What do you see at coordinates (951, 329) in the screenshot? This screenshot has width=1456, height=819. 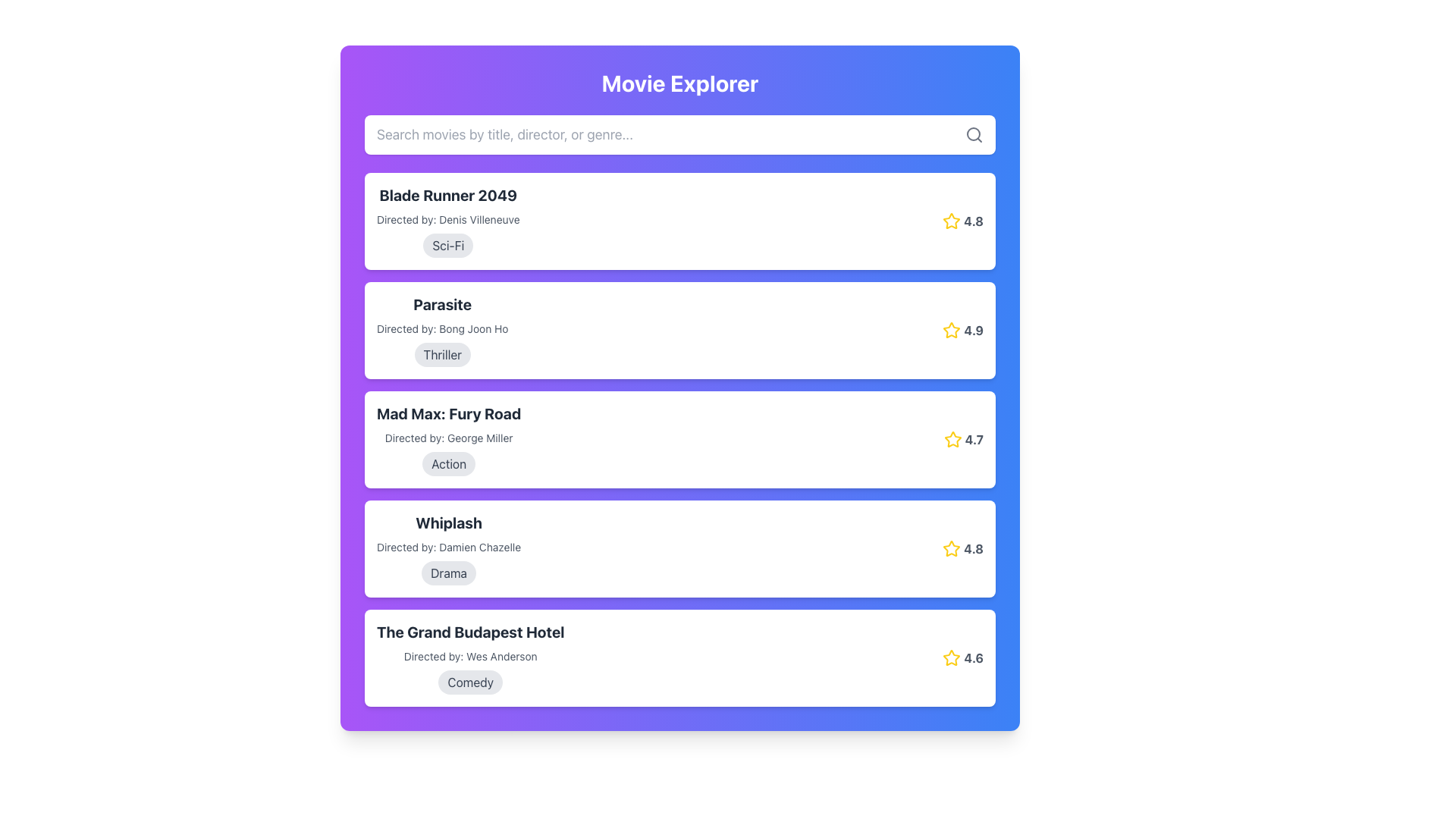 I see `the yellow star-shaped icon with a hollow interior located on the right-hand side of the second movie entry, next to the rating number '4.9'` at bounding box center [951, 329].